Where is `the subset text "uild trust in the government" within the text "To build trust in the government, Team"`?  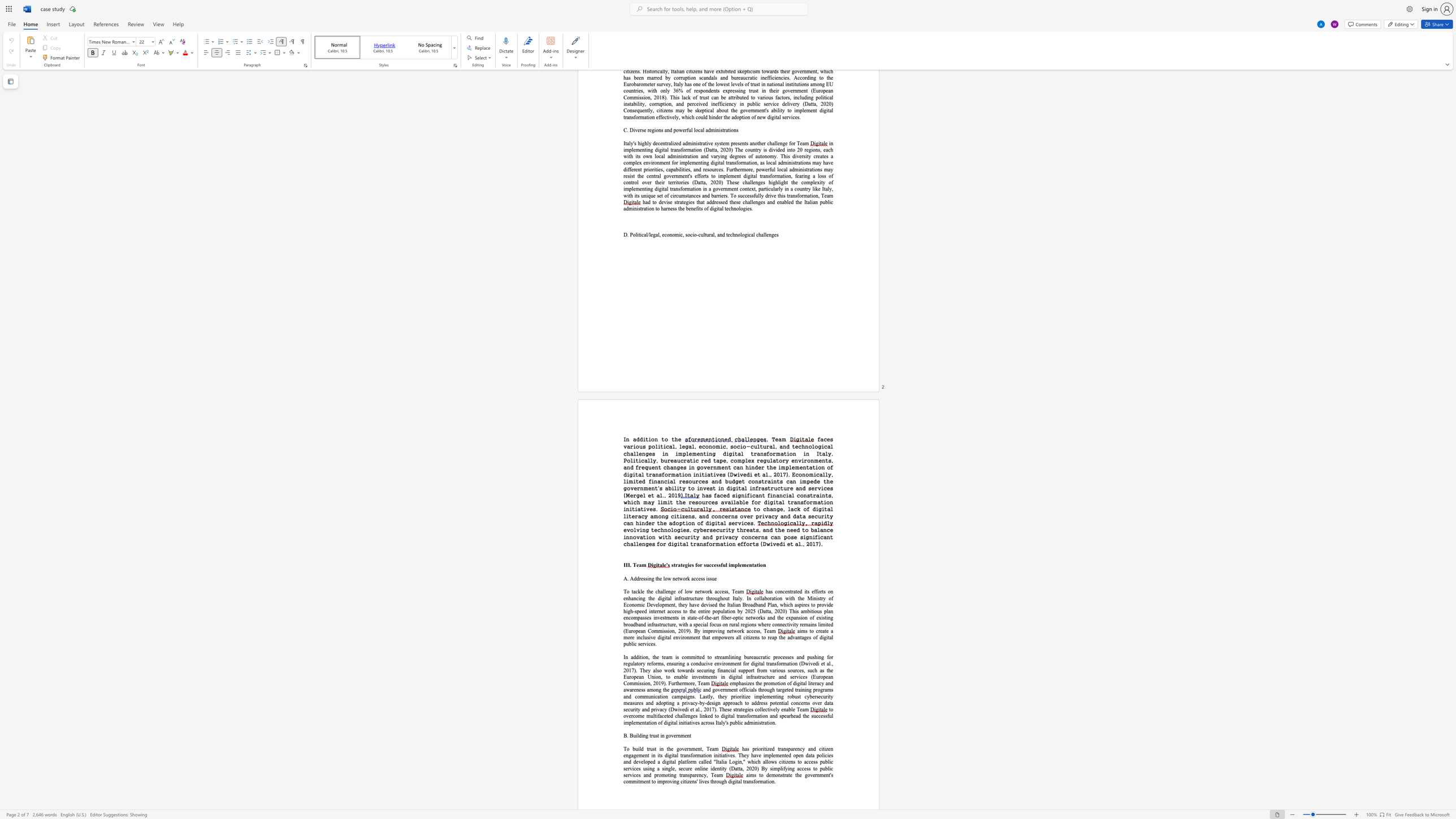 the subset text "uild trust in the government" within the text "To build trust in the government, Team" is located at coordinates (635, 748).